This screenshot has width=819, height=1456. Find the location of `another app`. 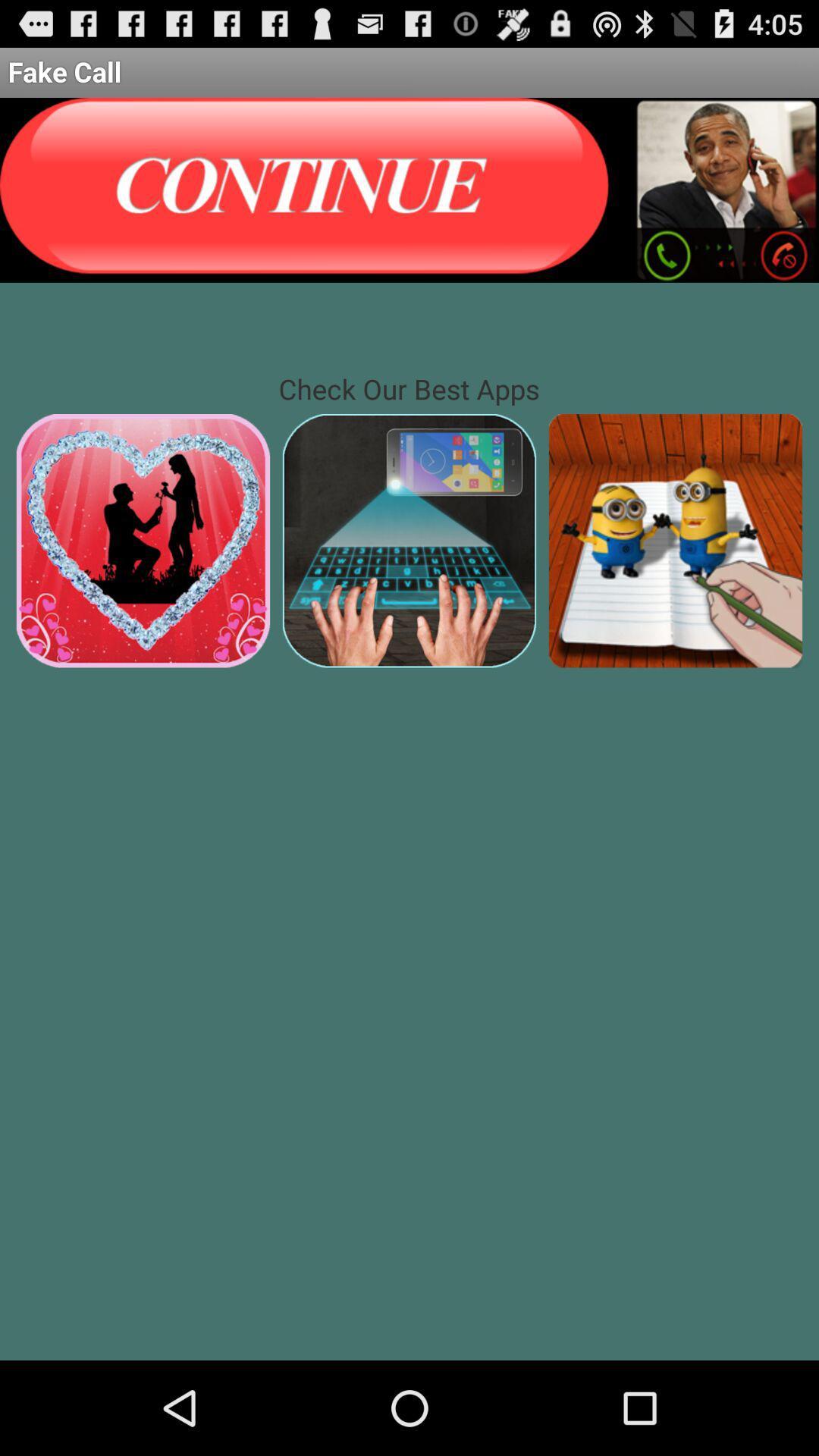

another app is located at coordinates (409, 541).